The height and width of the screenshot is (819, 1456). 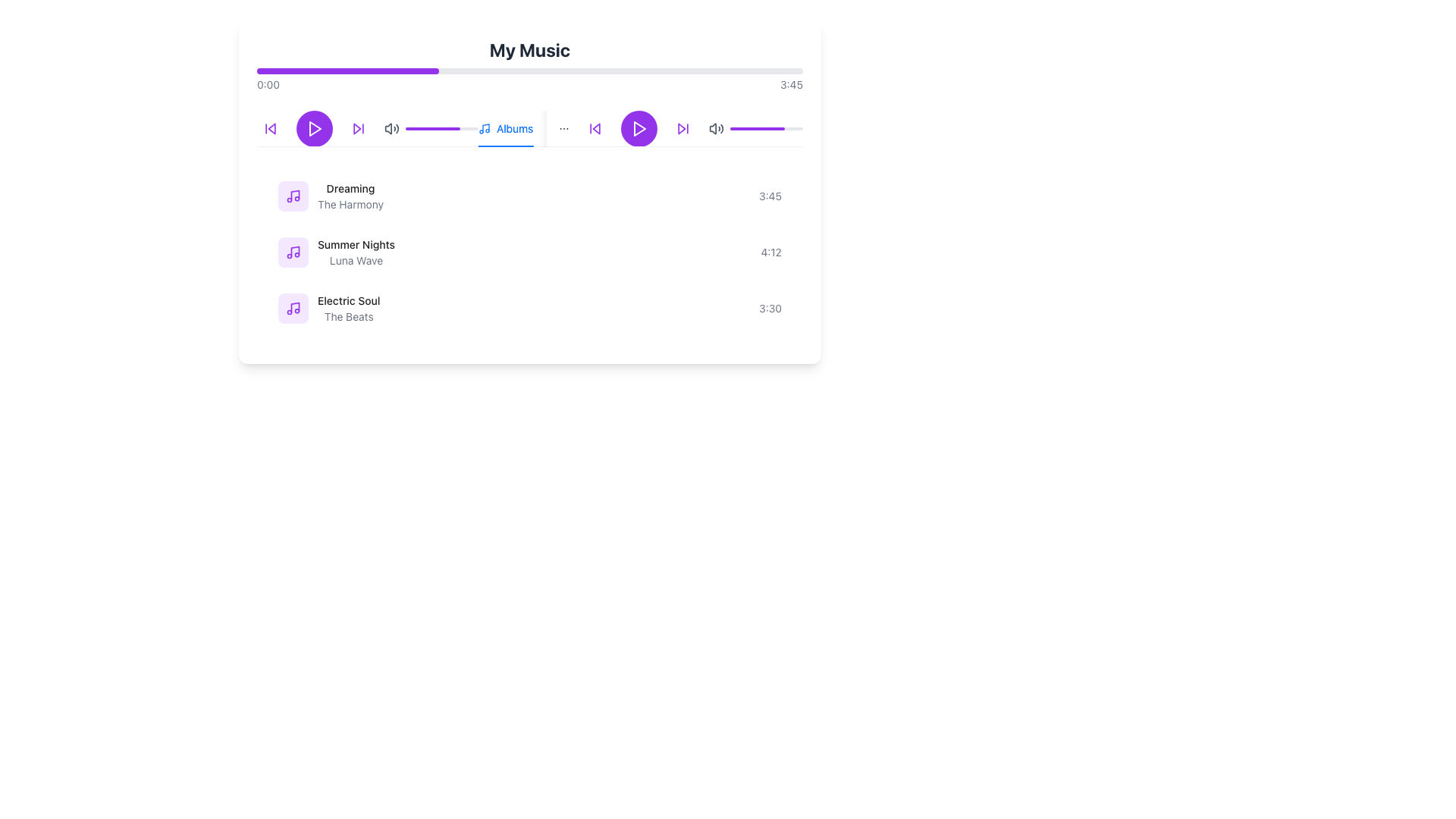 I want to click on the third song element displaying 'Electric Soul' and 'The Beats', so click(x=328, y=308).